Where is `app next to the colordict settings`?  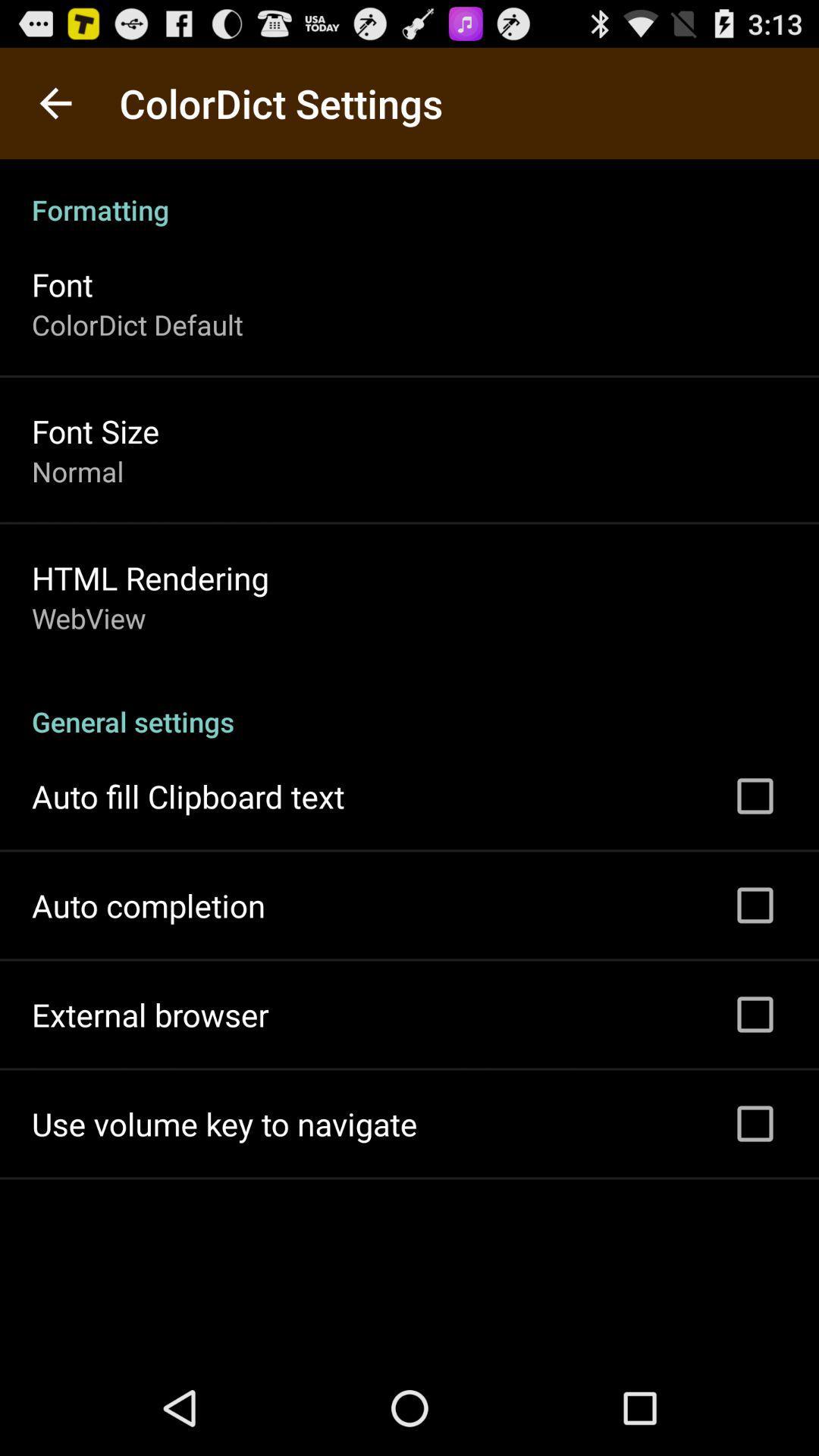 app next to the colordict settings is located at coordinates (55, 102).